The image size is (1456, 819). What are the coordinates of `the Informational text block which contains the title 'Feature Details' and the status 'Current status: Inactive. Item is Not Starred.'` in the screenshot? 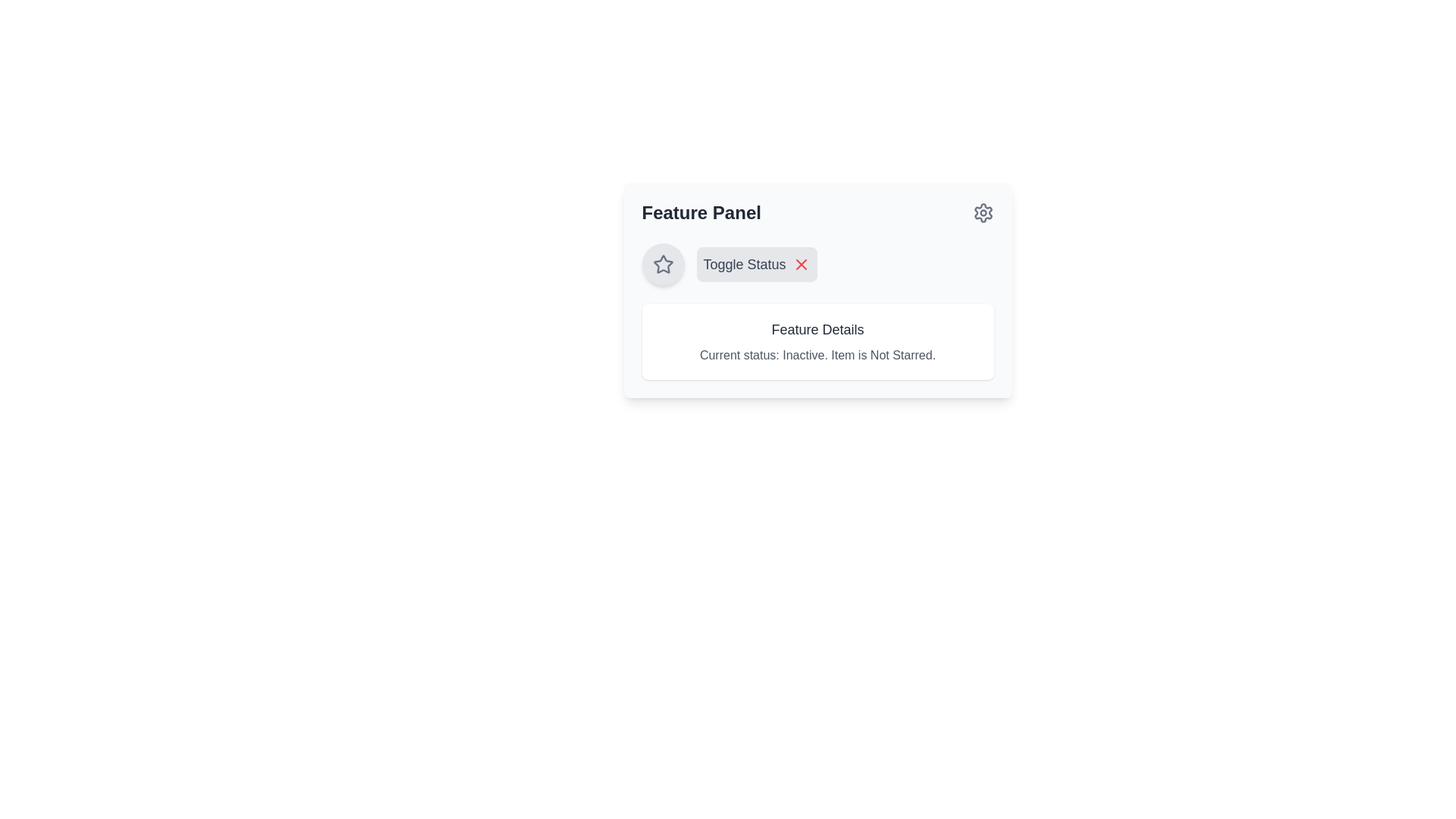 It's located at (817, 342).